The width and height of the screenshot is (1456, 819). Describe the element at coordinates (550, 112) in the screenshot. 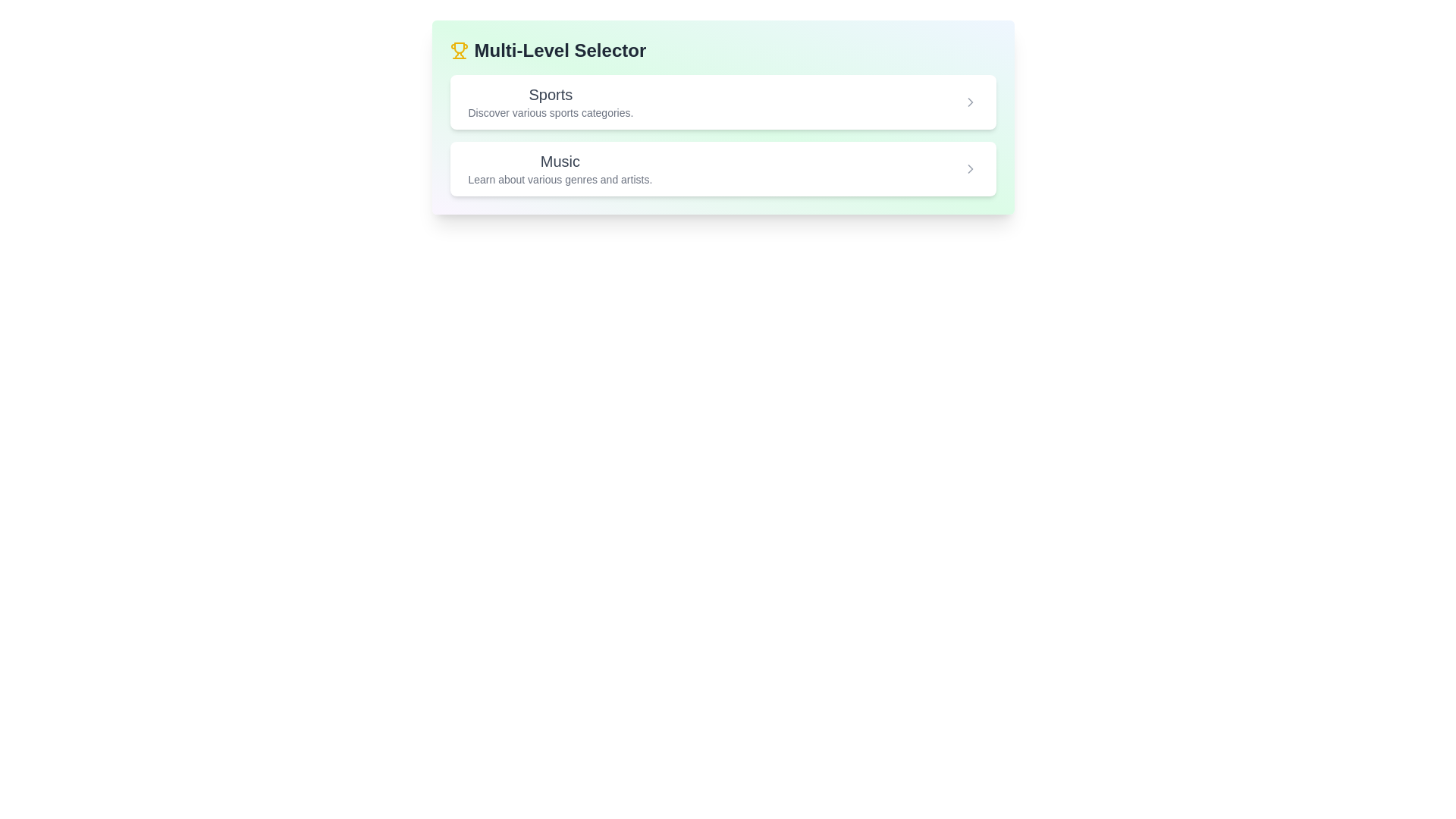

I see `the text label reading 'Discover various sports categories,' which is styled in light gray and located directly below the text 'Sports.'` at that location.